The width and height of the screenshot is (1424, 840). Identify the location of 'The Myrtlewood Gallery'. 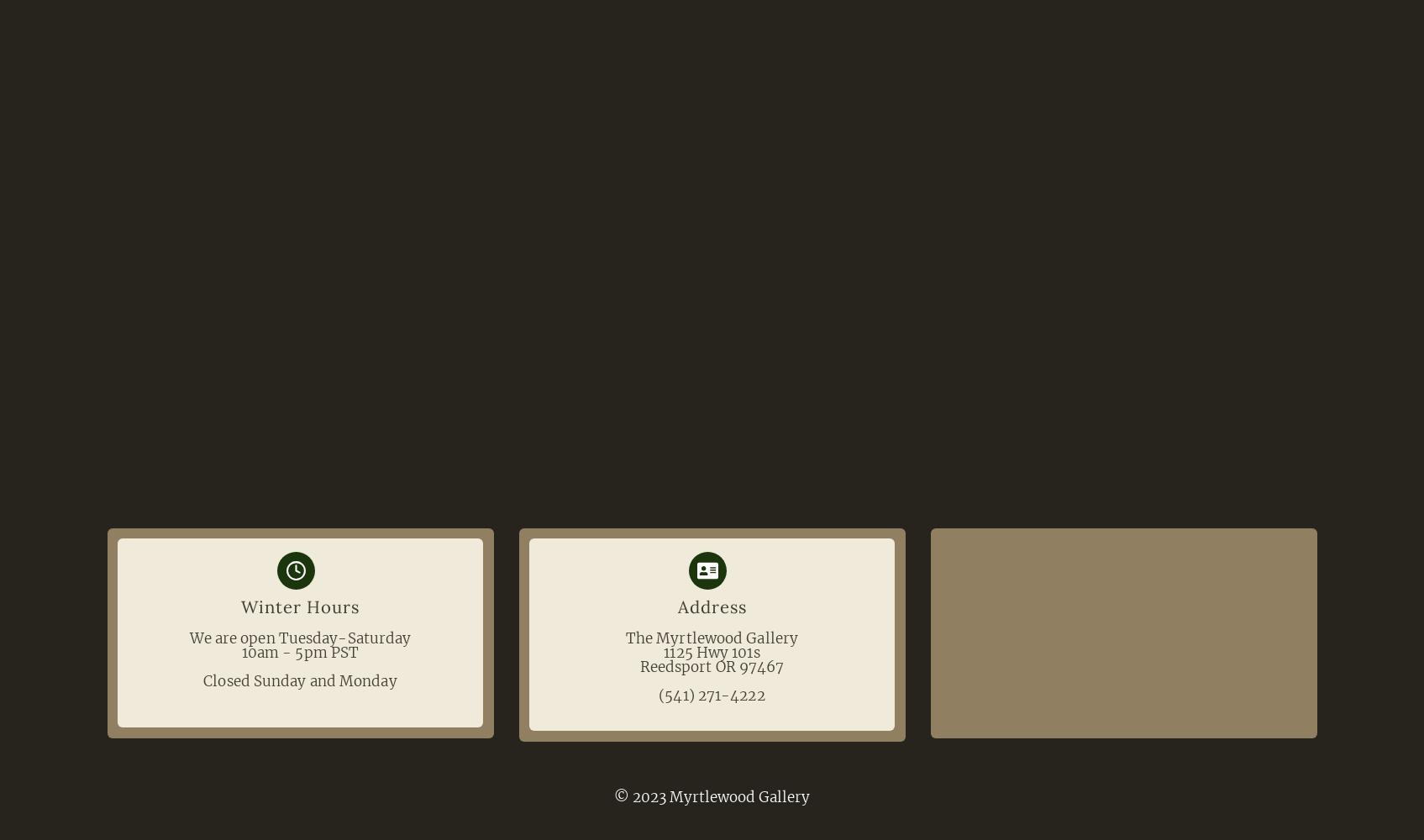
(623, 638).